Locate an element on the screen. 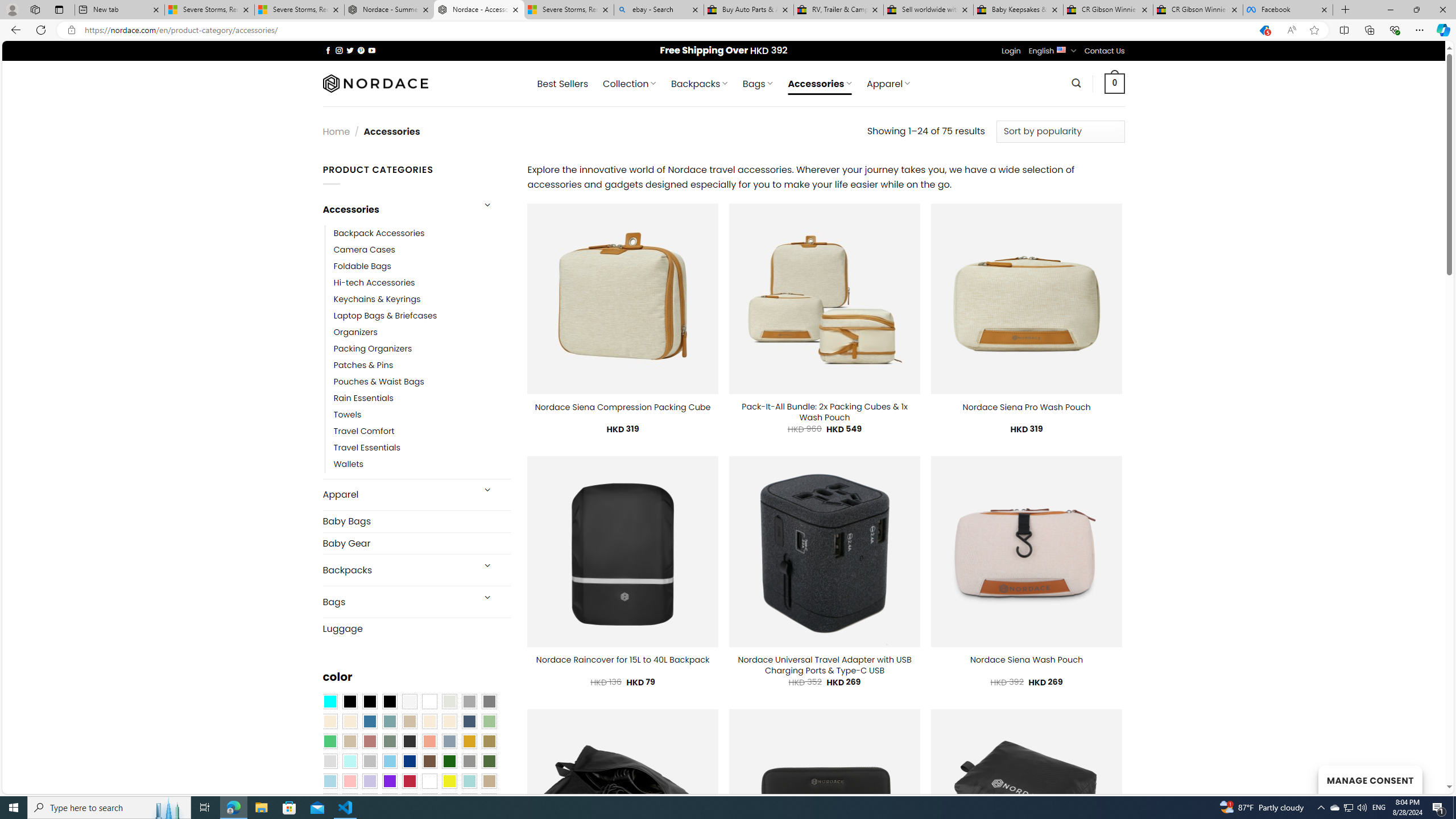 This screenshot has height=819, width=1456. 'Sage' is located at coordinates (389, 741).